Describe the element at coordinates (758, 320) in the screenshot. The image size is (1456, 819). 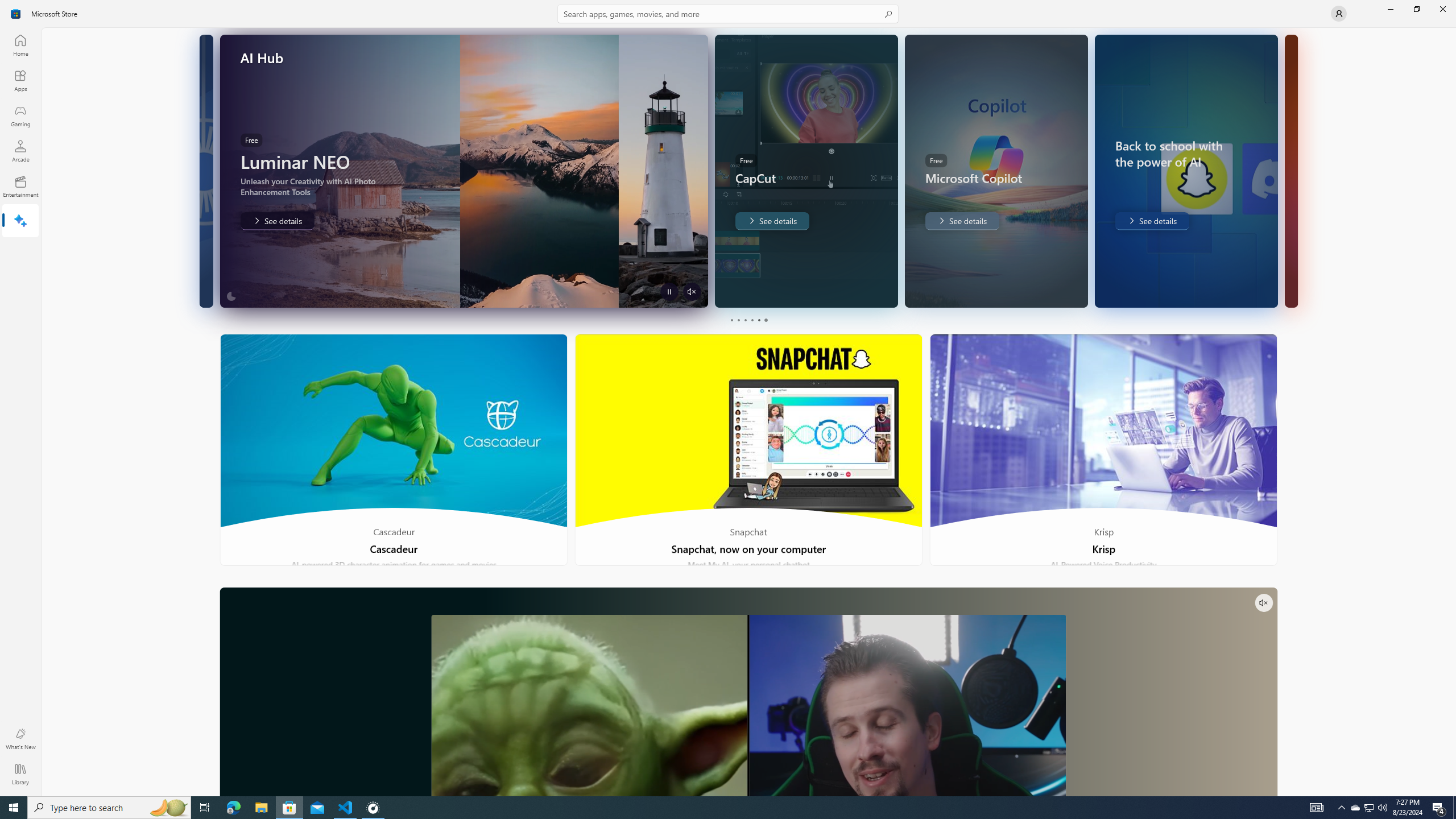
I see `'Page 5'` at that location.